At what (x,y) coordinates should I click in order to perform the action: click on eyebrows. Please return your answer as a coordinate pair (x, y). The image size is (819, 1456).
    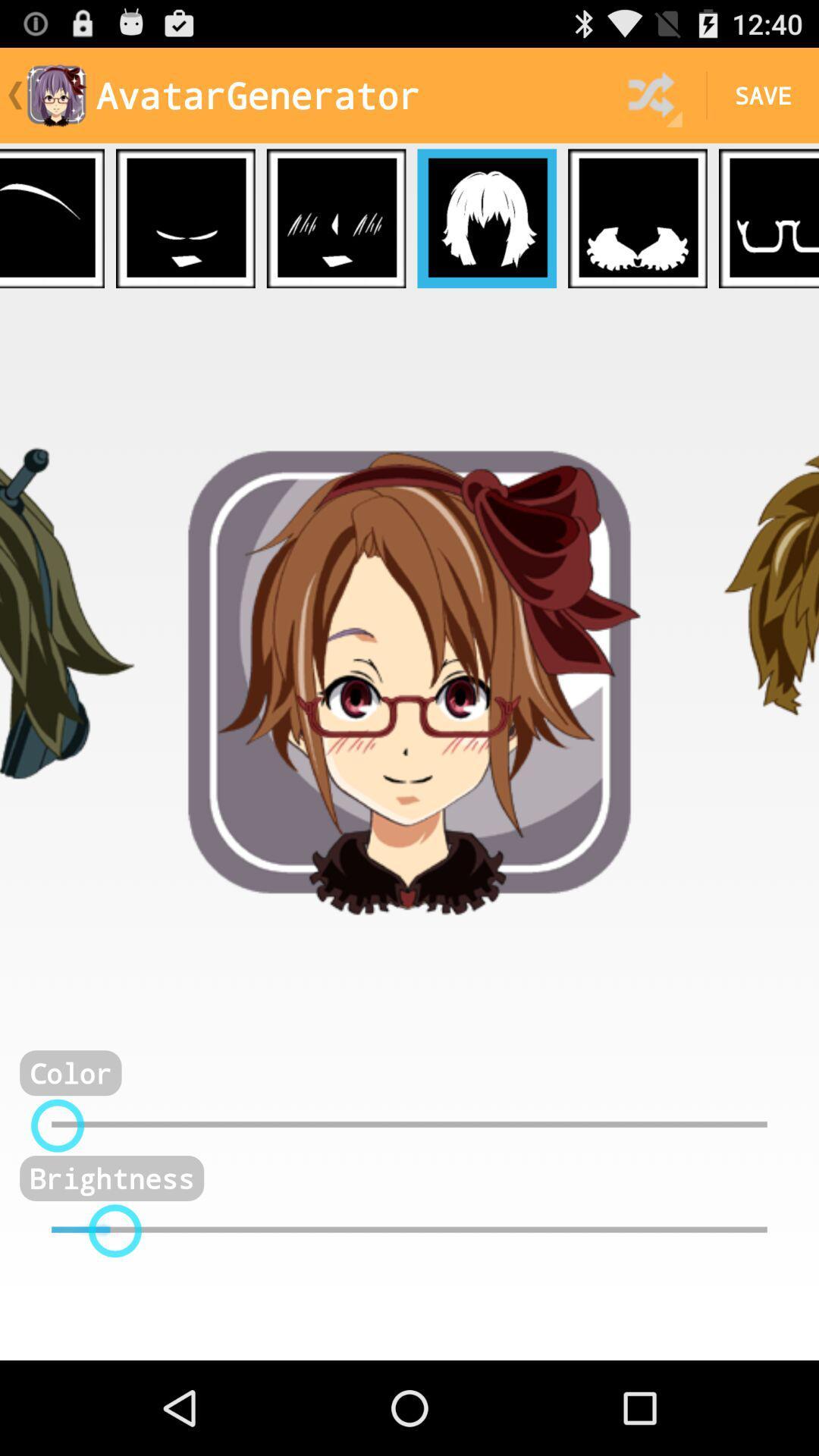
    Looking at the image, I should click on (52, 218).